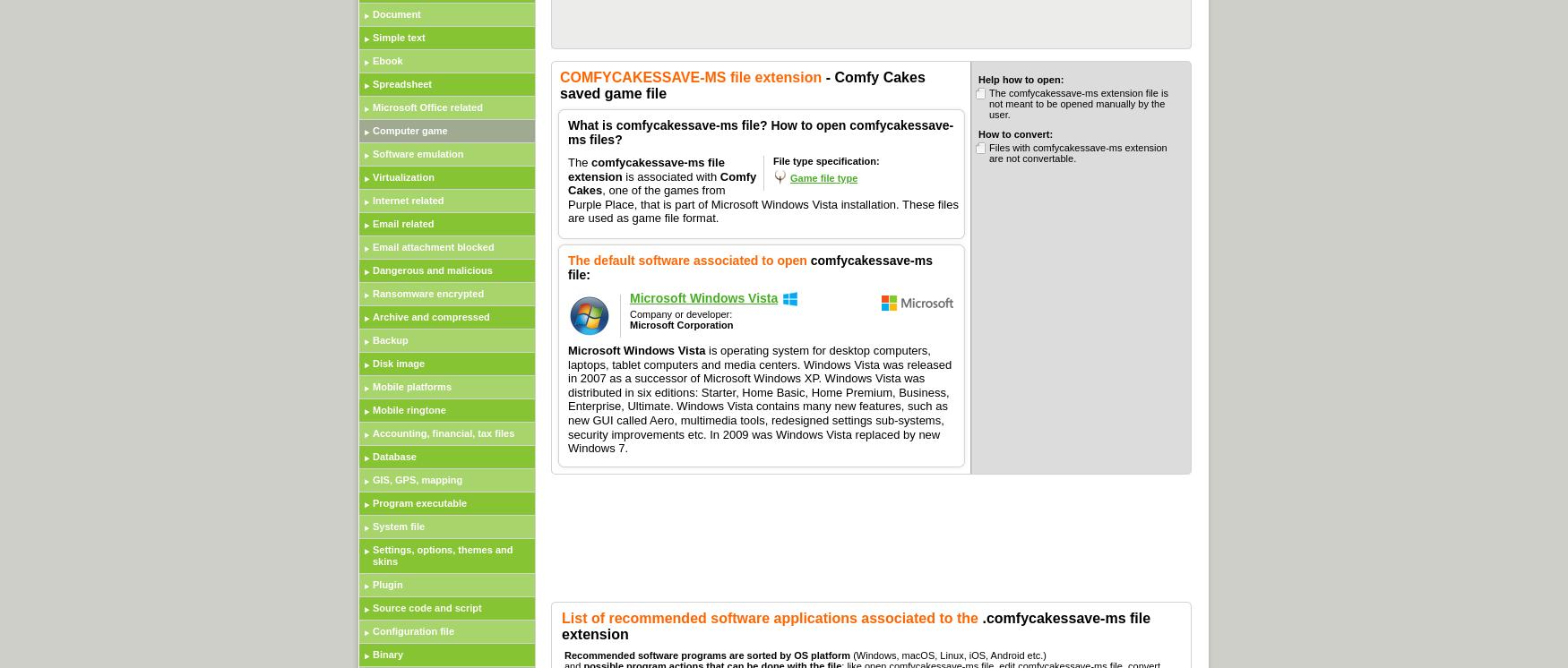 The image size is (1568, 668). What do you see at coordinates (396, 13) in the screenshot?
I see `'Document'` at bounding box center [396, 13].